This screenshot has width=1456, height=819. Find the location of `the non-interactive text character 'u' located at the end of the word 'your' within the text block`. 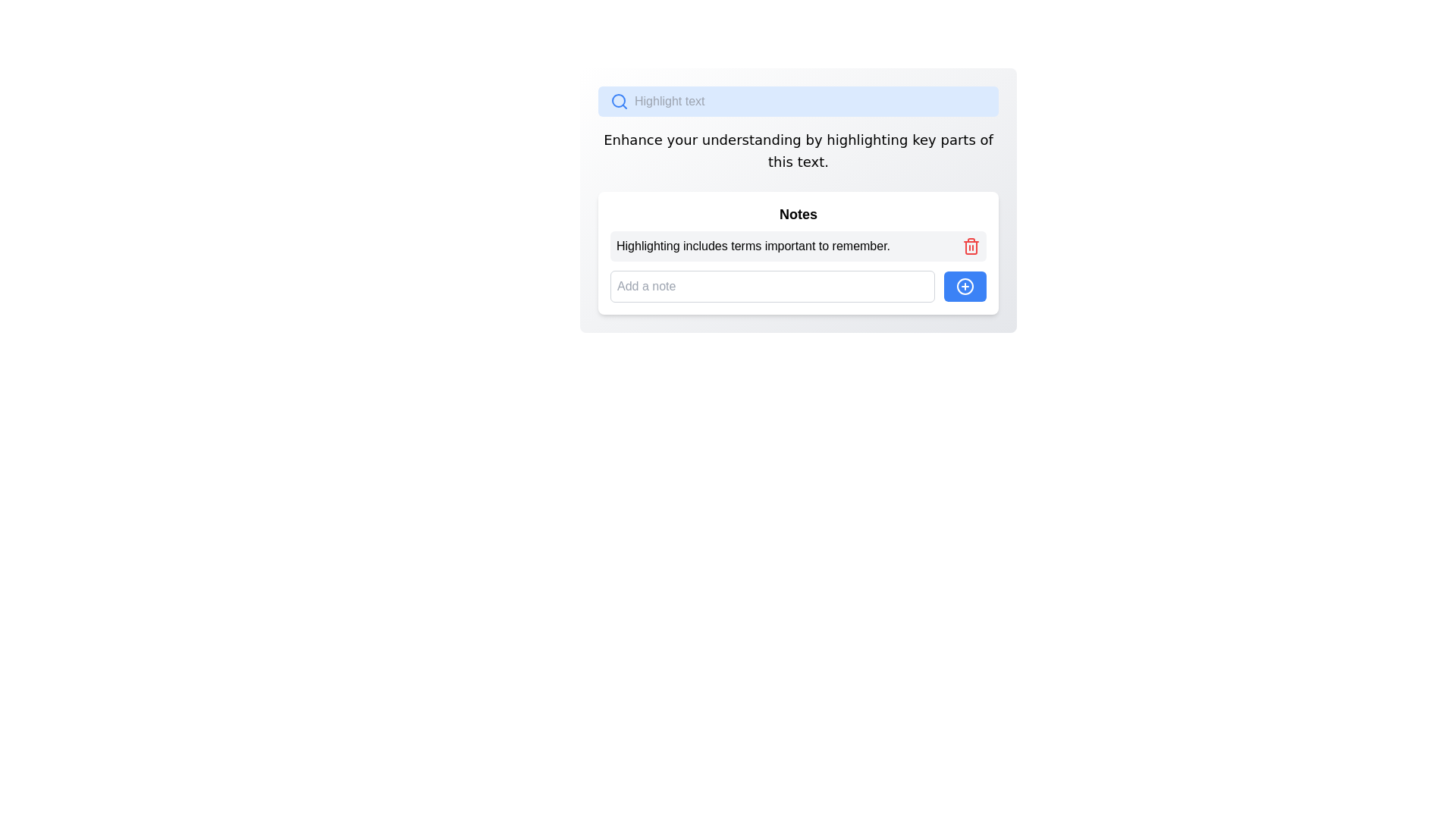

the non-interactive text character 'u' located at the end of the word 'your' within the text block is located at coordinates (705, 140).